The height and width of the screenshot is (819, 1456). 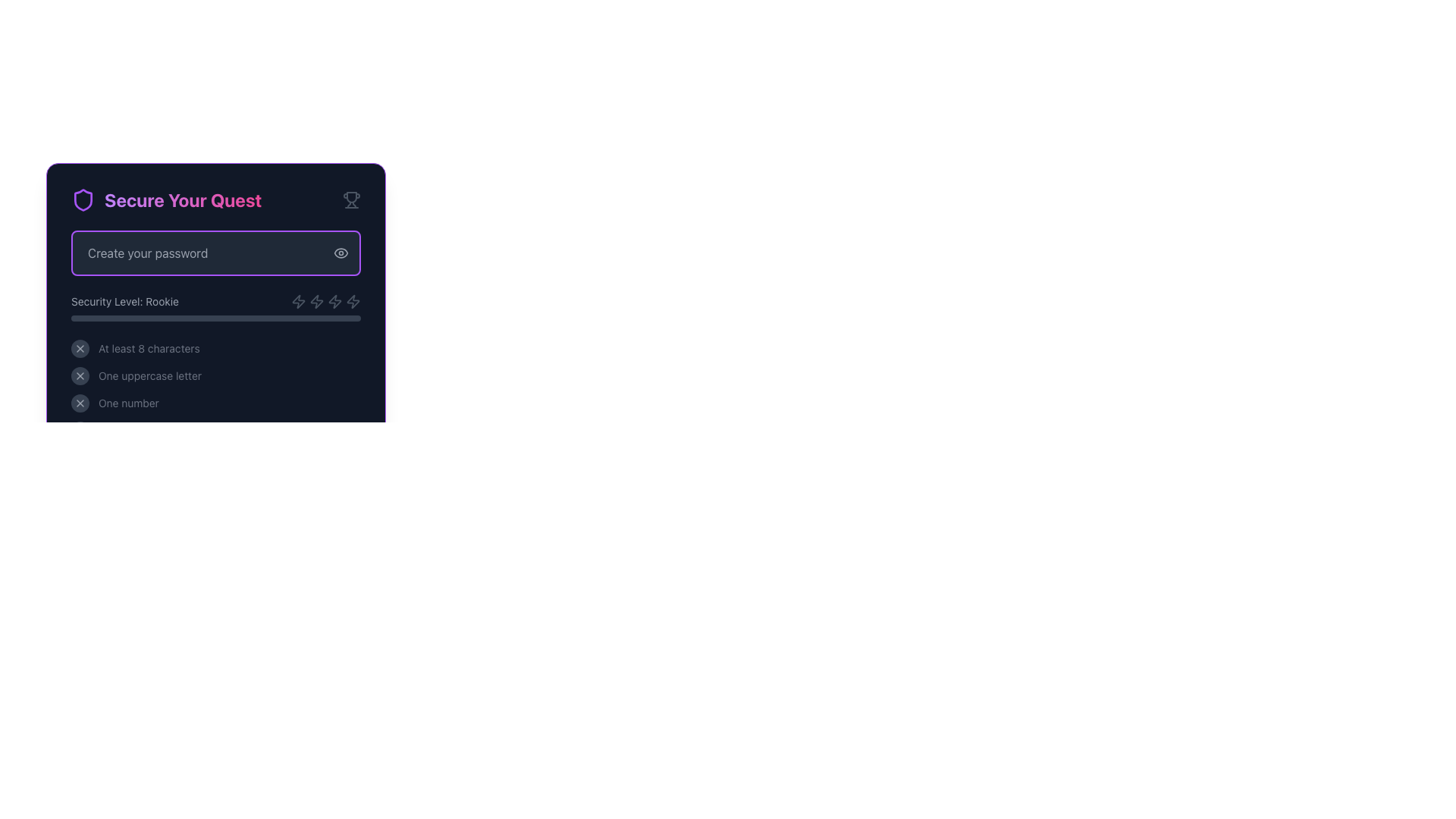 I want to click on the eye-shaped icon button, so click(x=340, y=253).